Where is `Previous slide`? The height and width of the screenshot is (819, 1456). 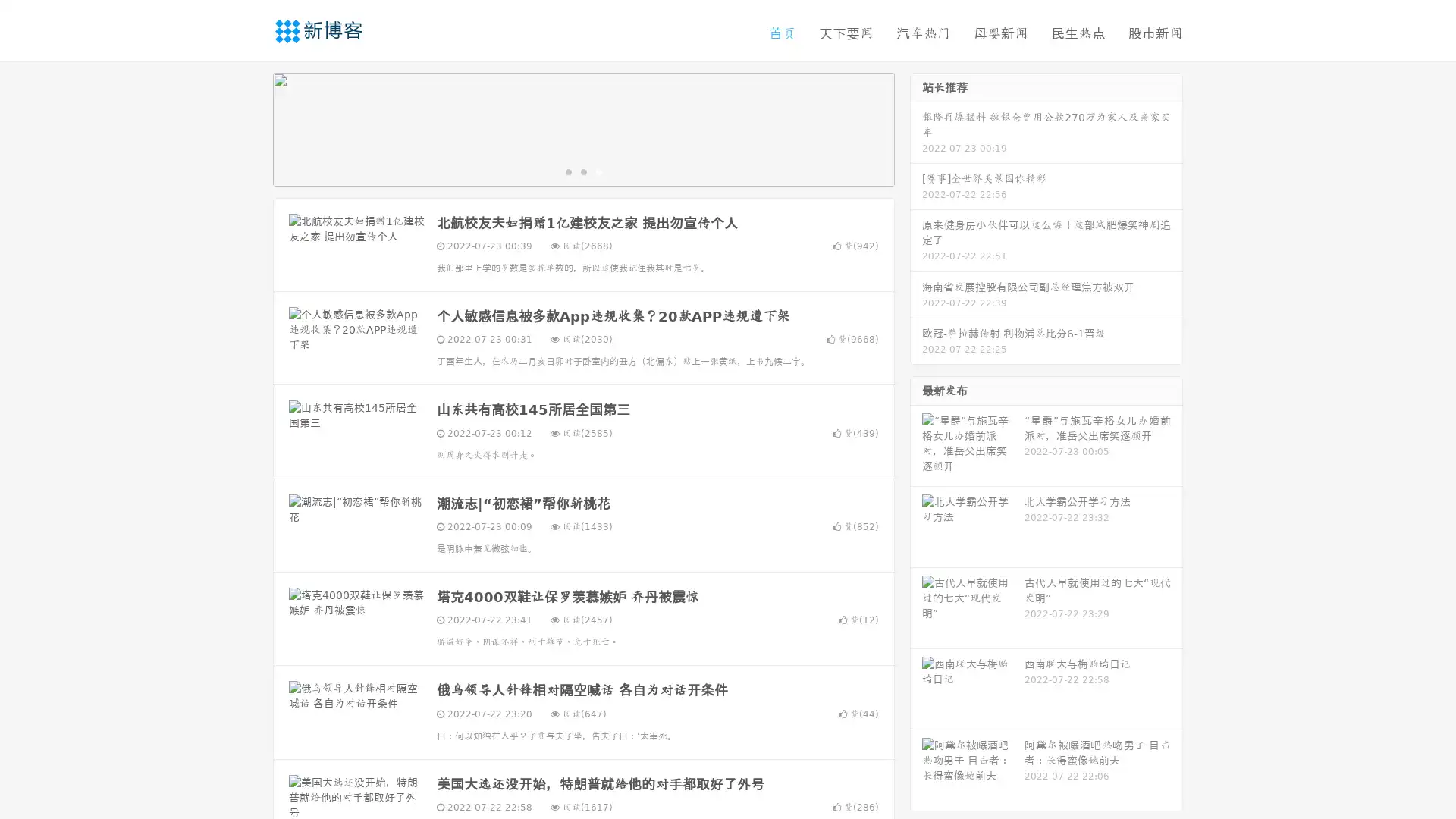
Previous slide is located at coordinates (250, 127).